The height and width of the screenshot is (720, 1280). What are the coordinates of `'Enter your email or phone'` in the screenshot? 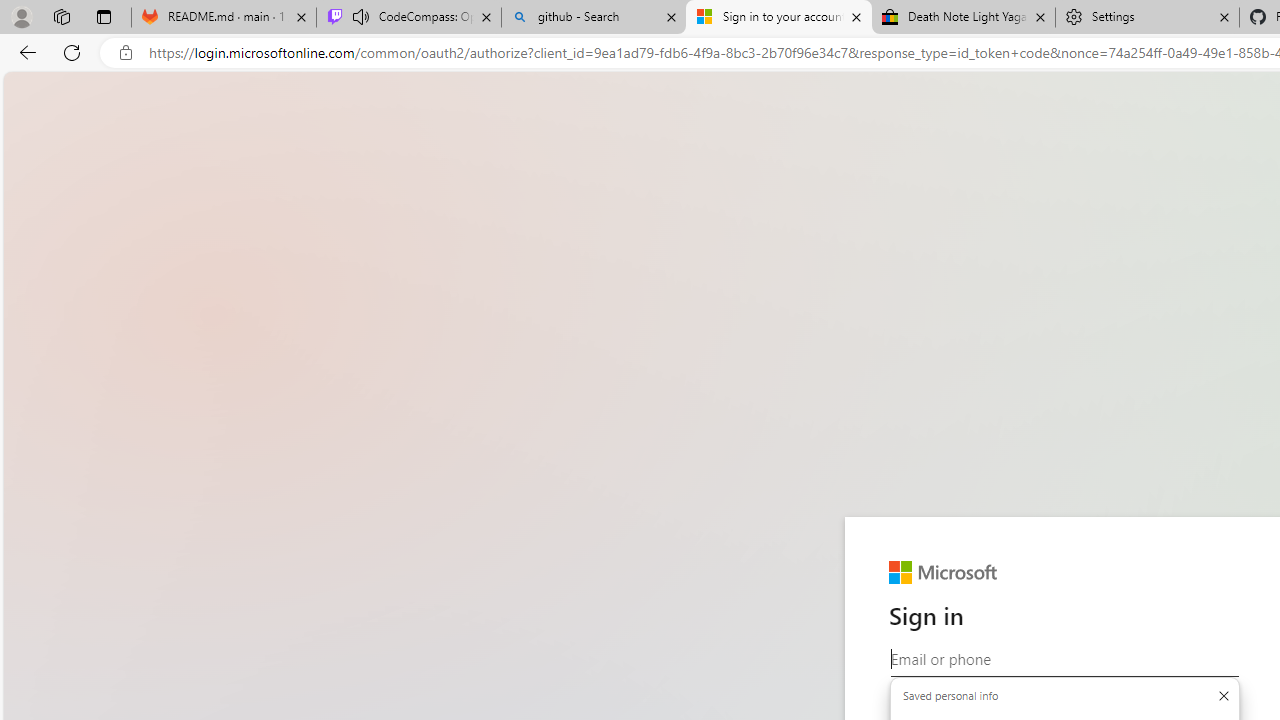 It's located at (1063, 659).